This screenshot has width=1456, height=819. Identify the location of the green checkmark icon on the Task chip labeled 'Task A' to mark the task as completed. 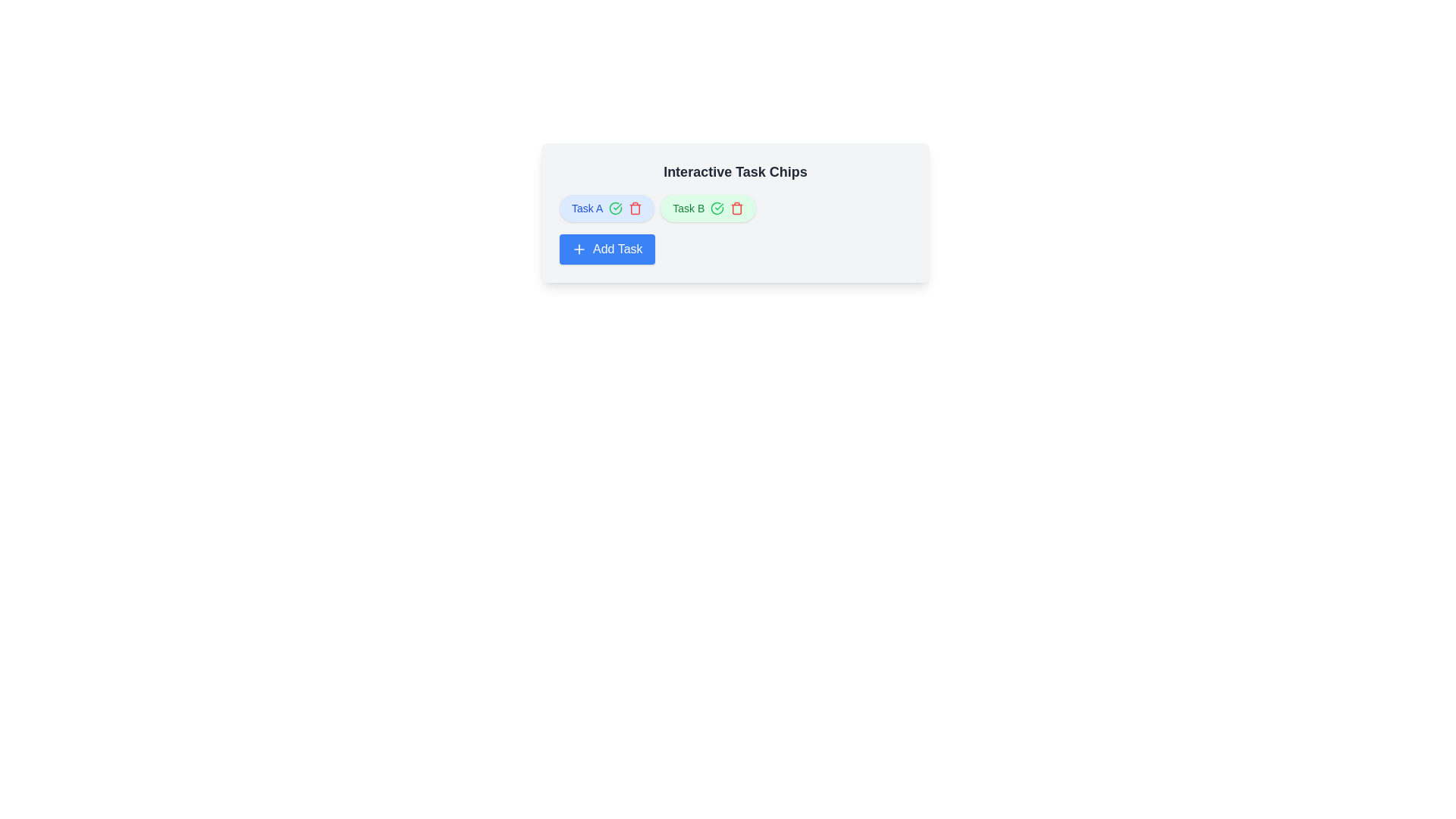
(607, 208).